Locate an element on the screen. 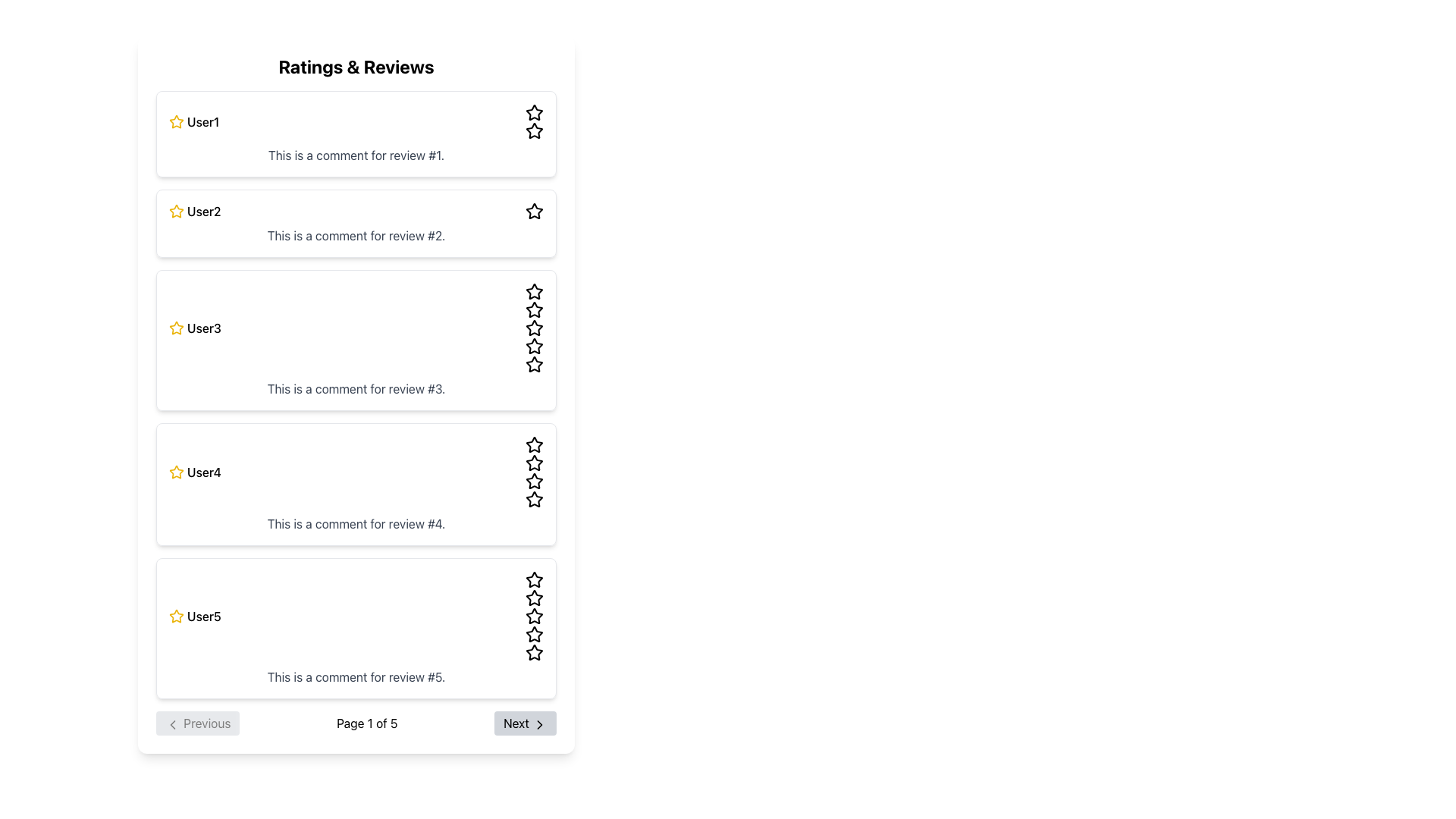 This screenshot has width=1456, height=819. the fifth star icon in the rating system is located at coordinates (535, 651).